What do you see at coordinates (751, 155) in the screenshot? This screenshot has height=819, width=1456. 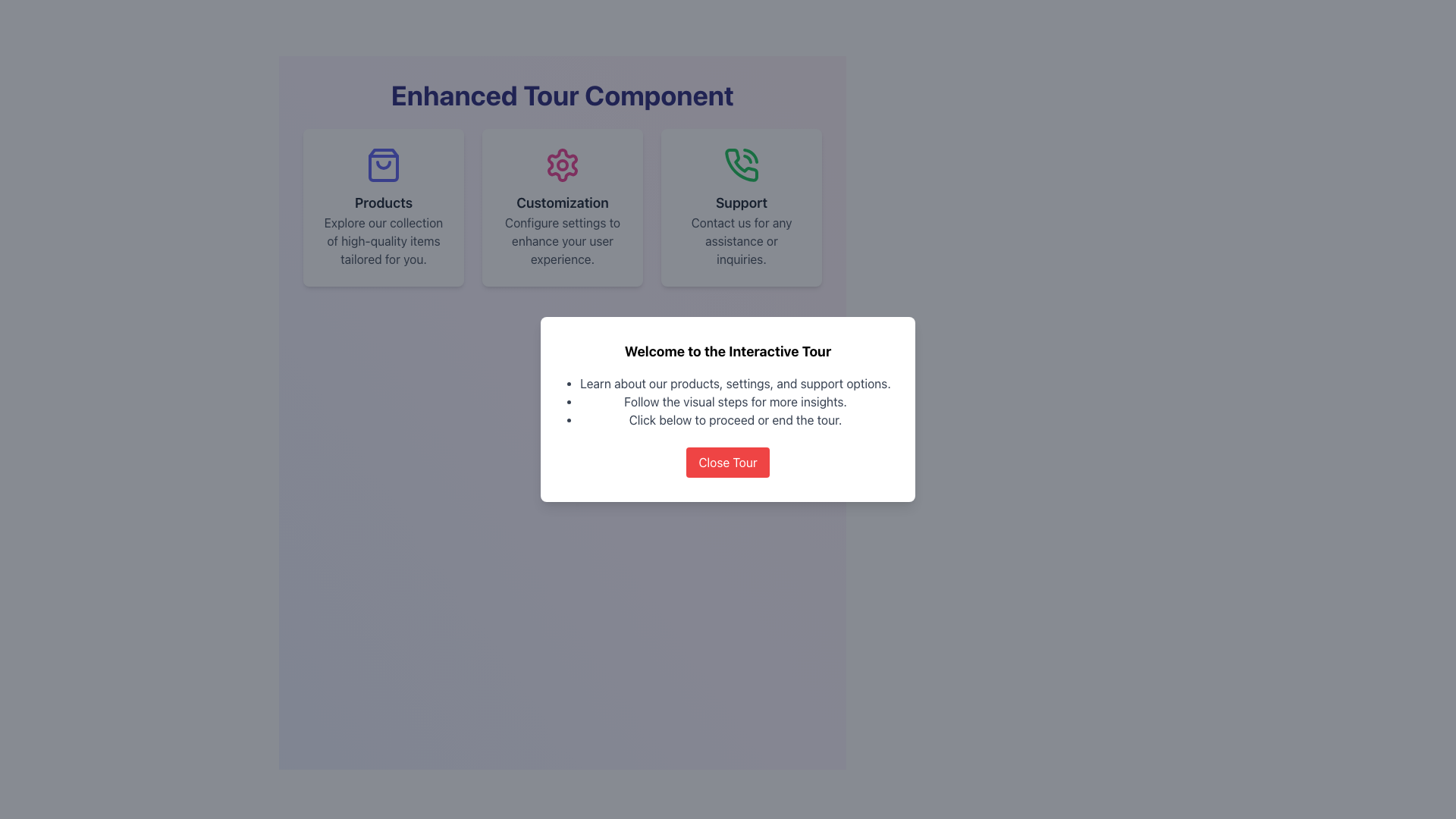 I see `the curved line segment of the phone call icon located in the 'Support' section of the UI, positioned in the top-right part of the icon` at bounding box center [751, 155].